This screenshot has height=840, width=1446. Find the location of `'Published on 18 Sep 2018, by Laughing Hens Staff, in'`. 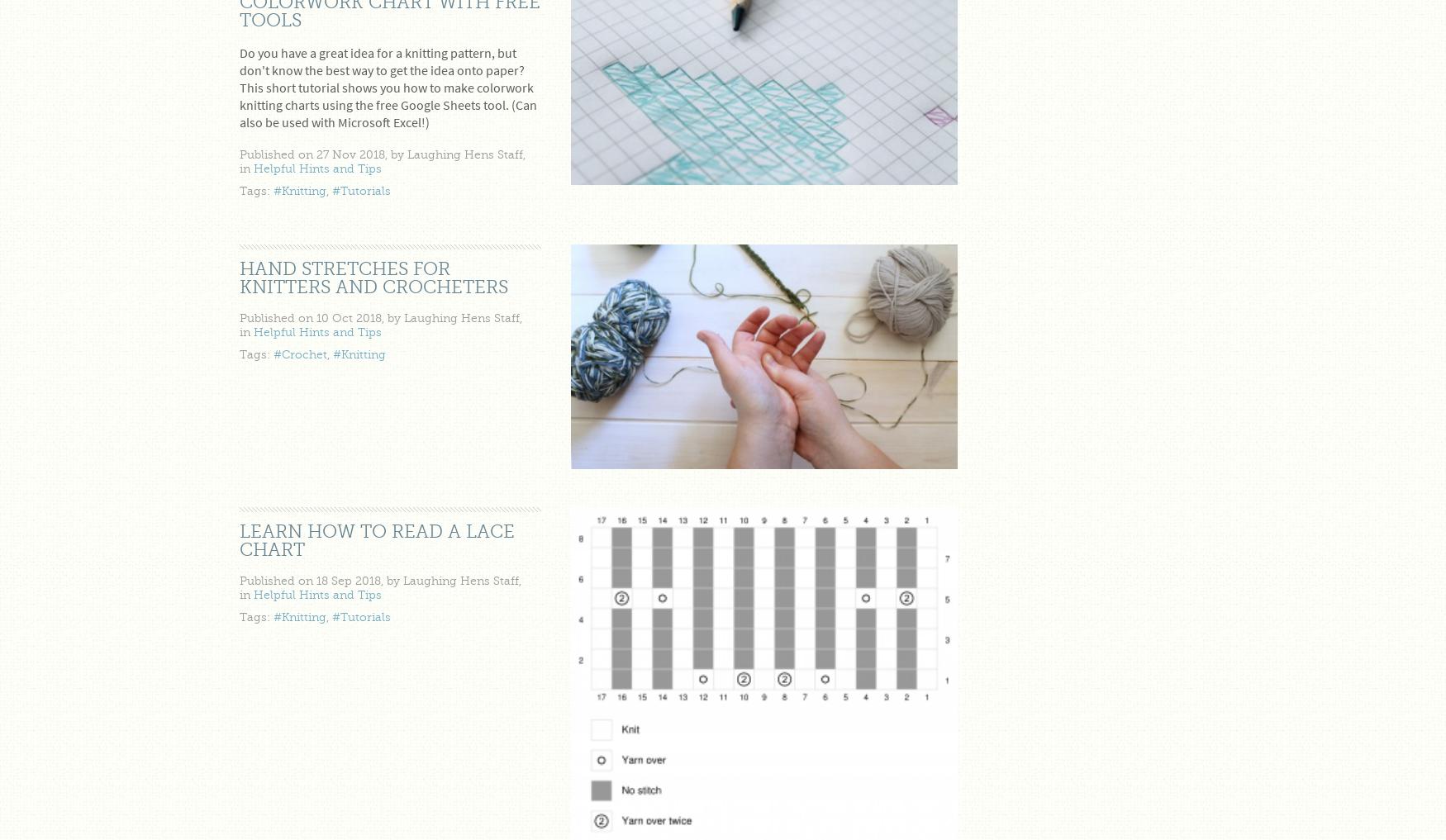

'Published on 18 Sep 2018, by Laughing Hens Staff, in' is located at coordinates (238, 586).